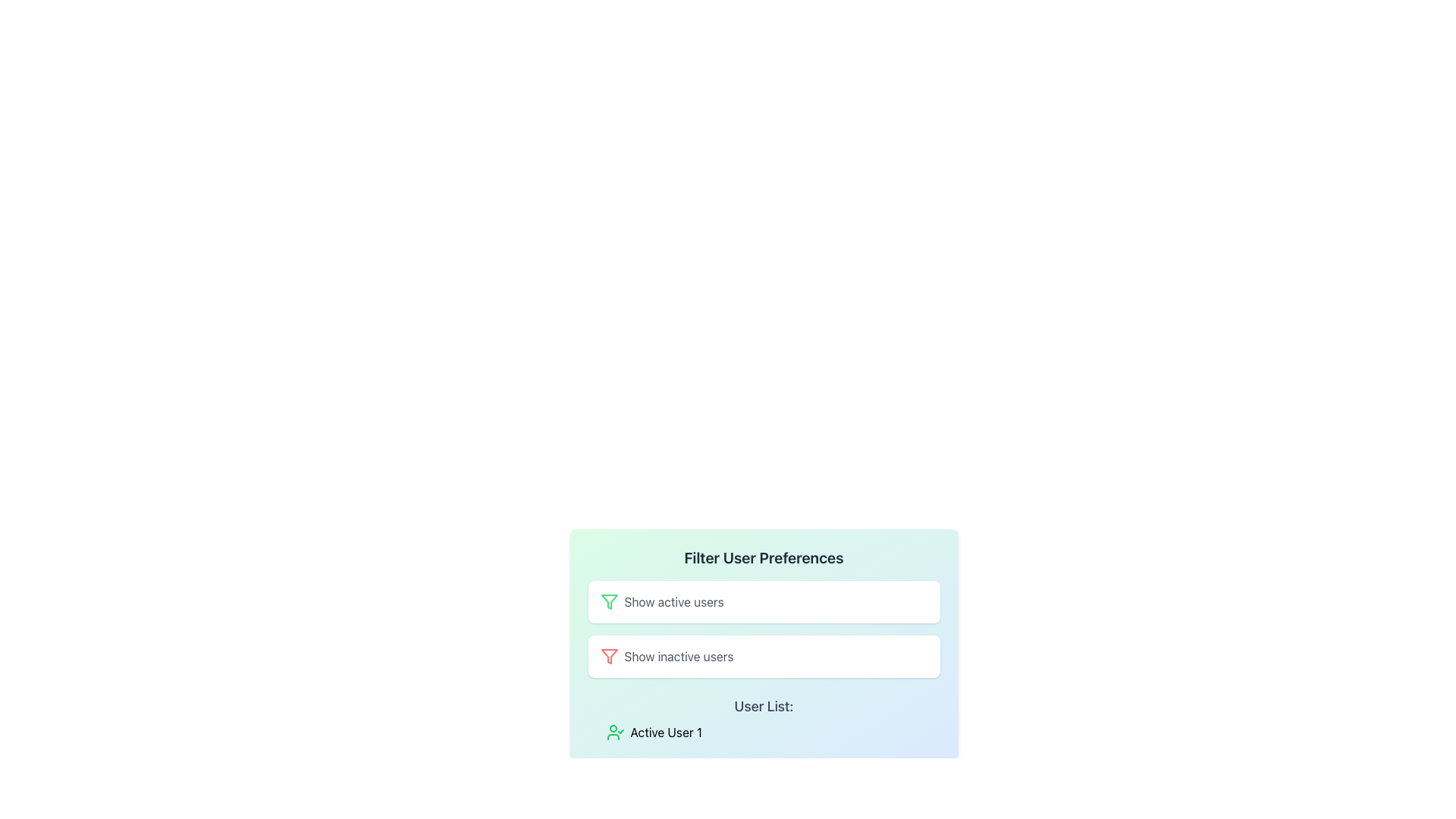 Image resolution: width=1456 pixels, height=819 pixels. Describe the element at coordinates (764, 558) in the screenshot. I see `the text label 'Filter User Preferences', which is styled in bold font and centrally aligned at the top of a card-like component` at that location.